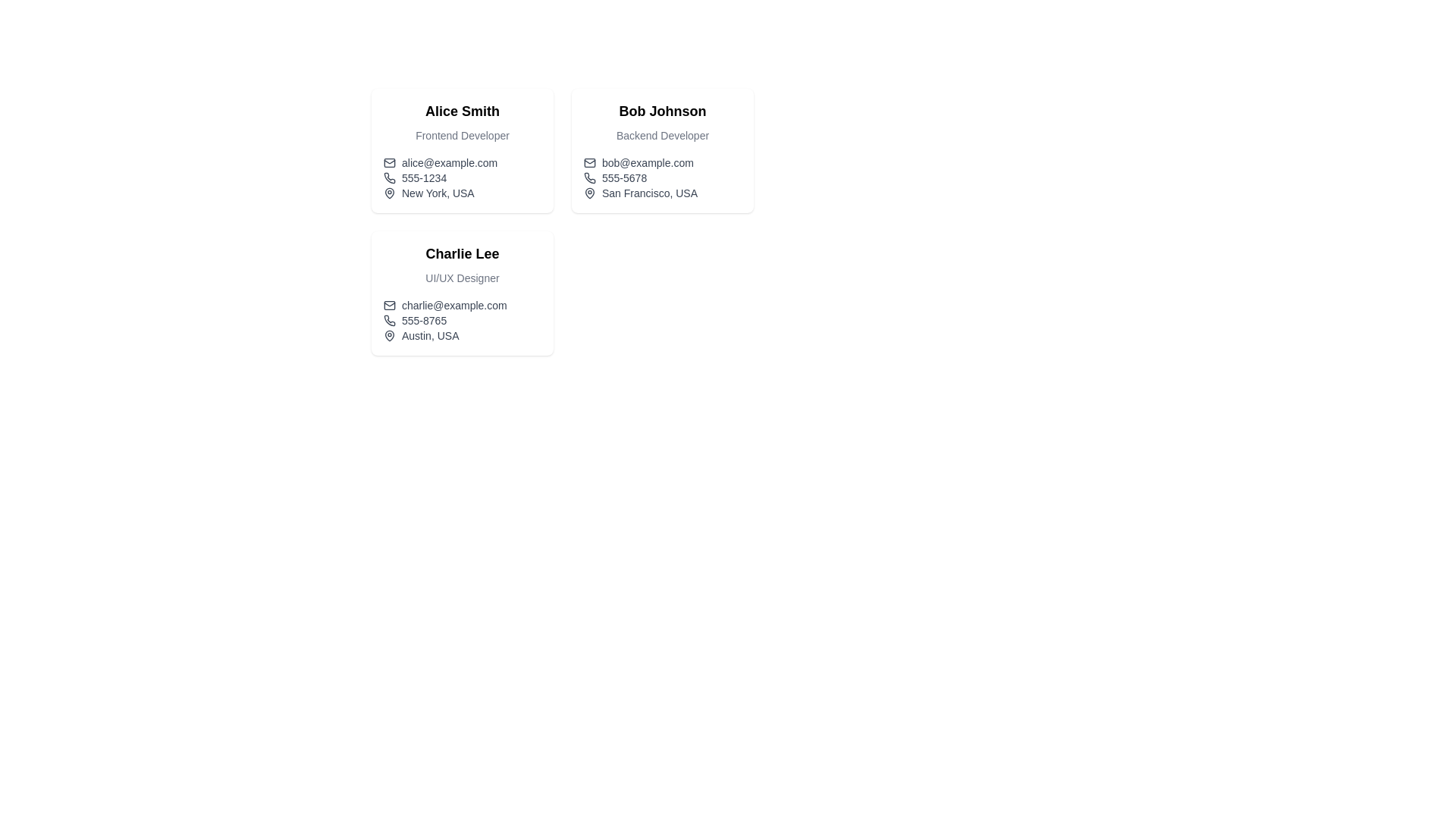 The image size is (1456, 819). Describe the element at coordinates (453, 305) in the screenshot. I see `the email address text node for Charlie Lee, located in the lower section of the card` at that location.